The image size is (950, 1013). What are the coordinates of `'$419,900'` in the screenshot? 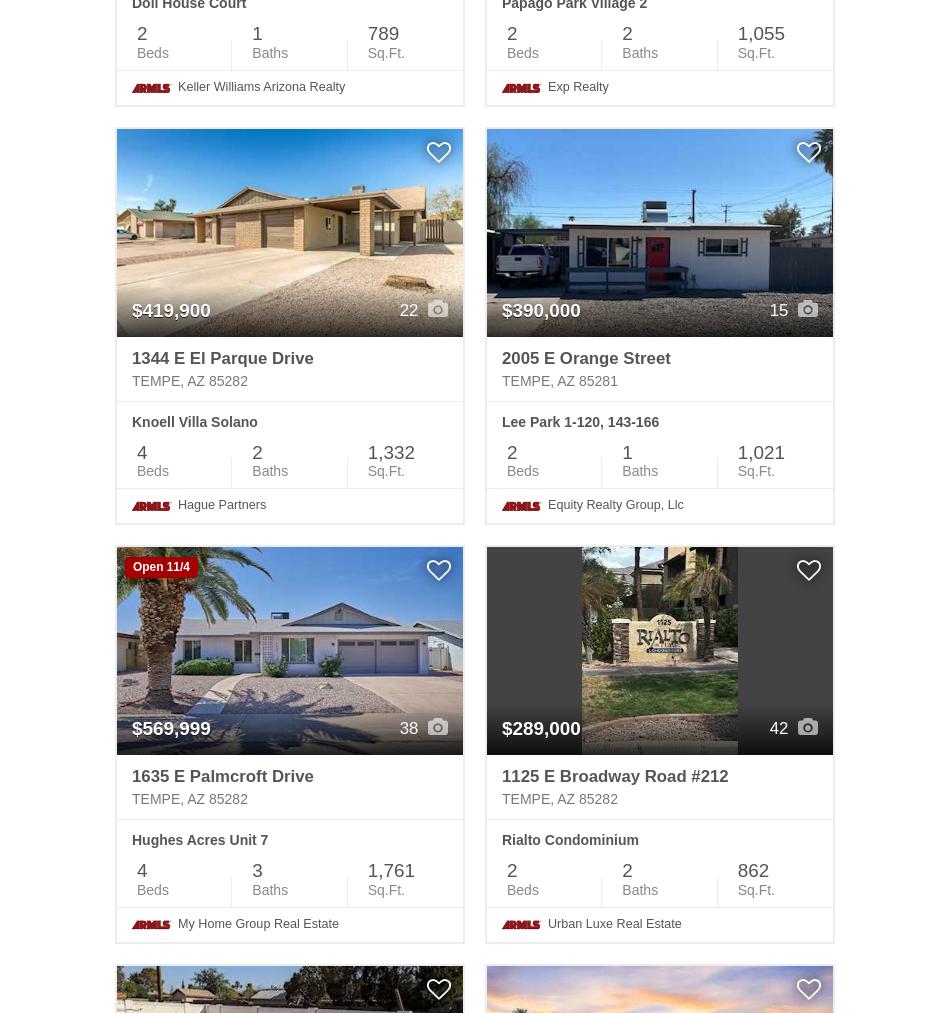 It's located at (171, 309).